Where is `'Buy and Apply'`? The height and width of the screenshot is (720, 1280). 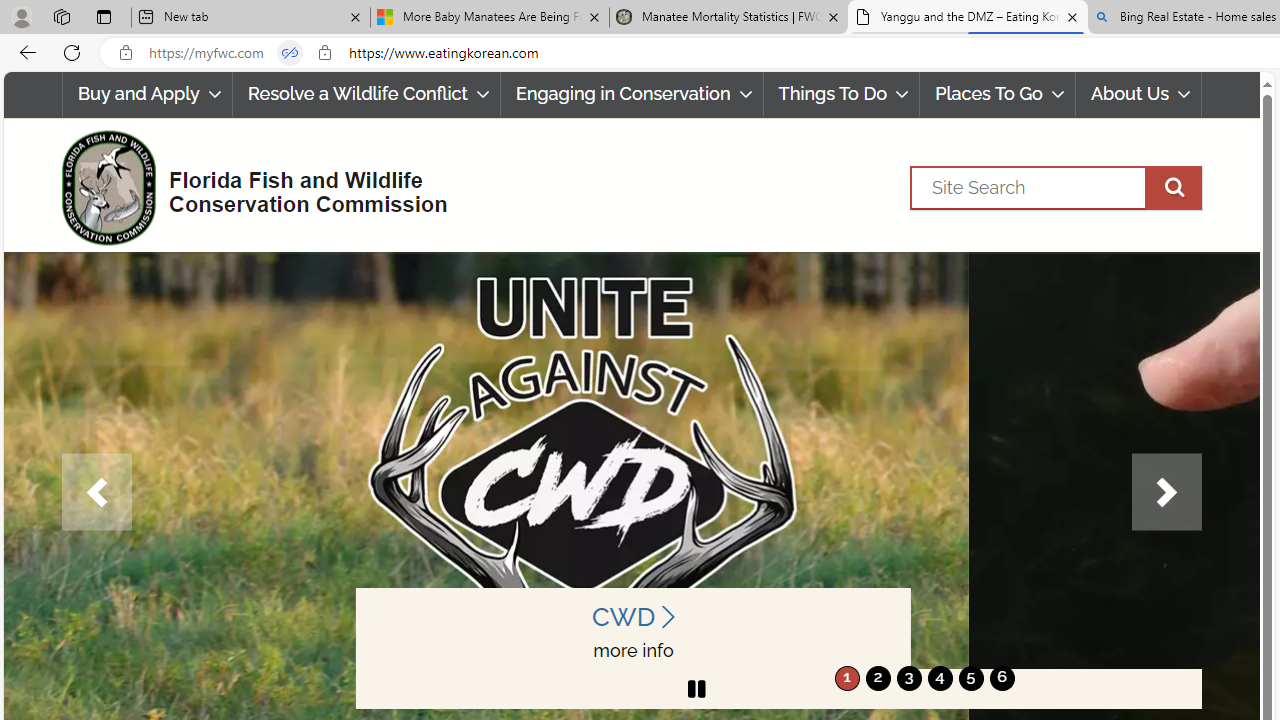 'Buy and Apply' is located at coordinates (146, 94).